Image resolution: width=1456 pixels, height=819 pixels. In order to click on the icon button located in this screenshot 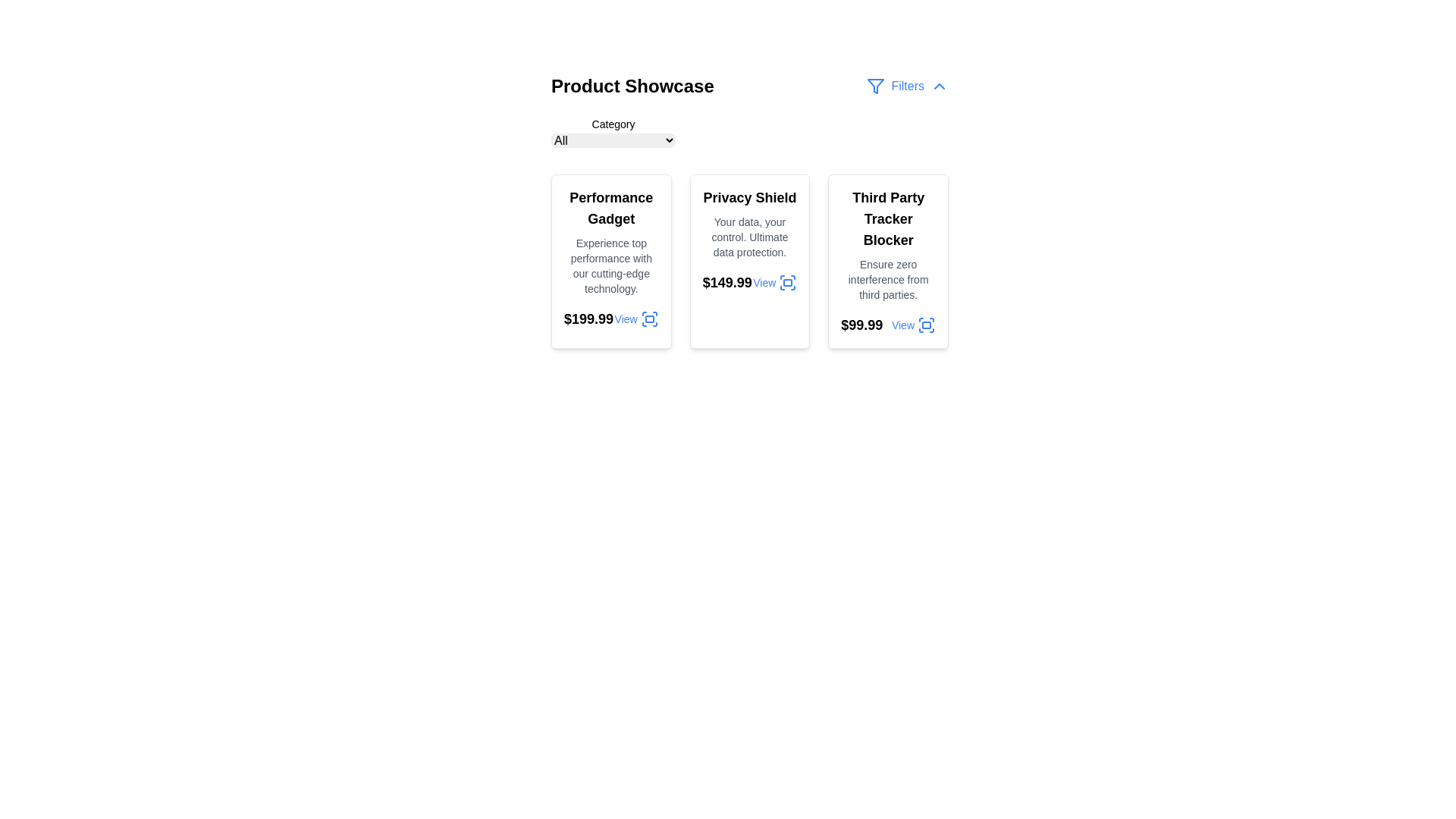, I will do `click(787, 283)`.